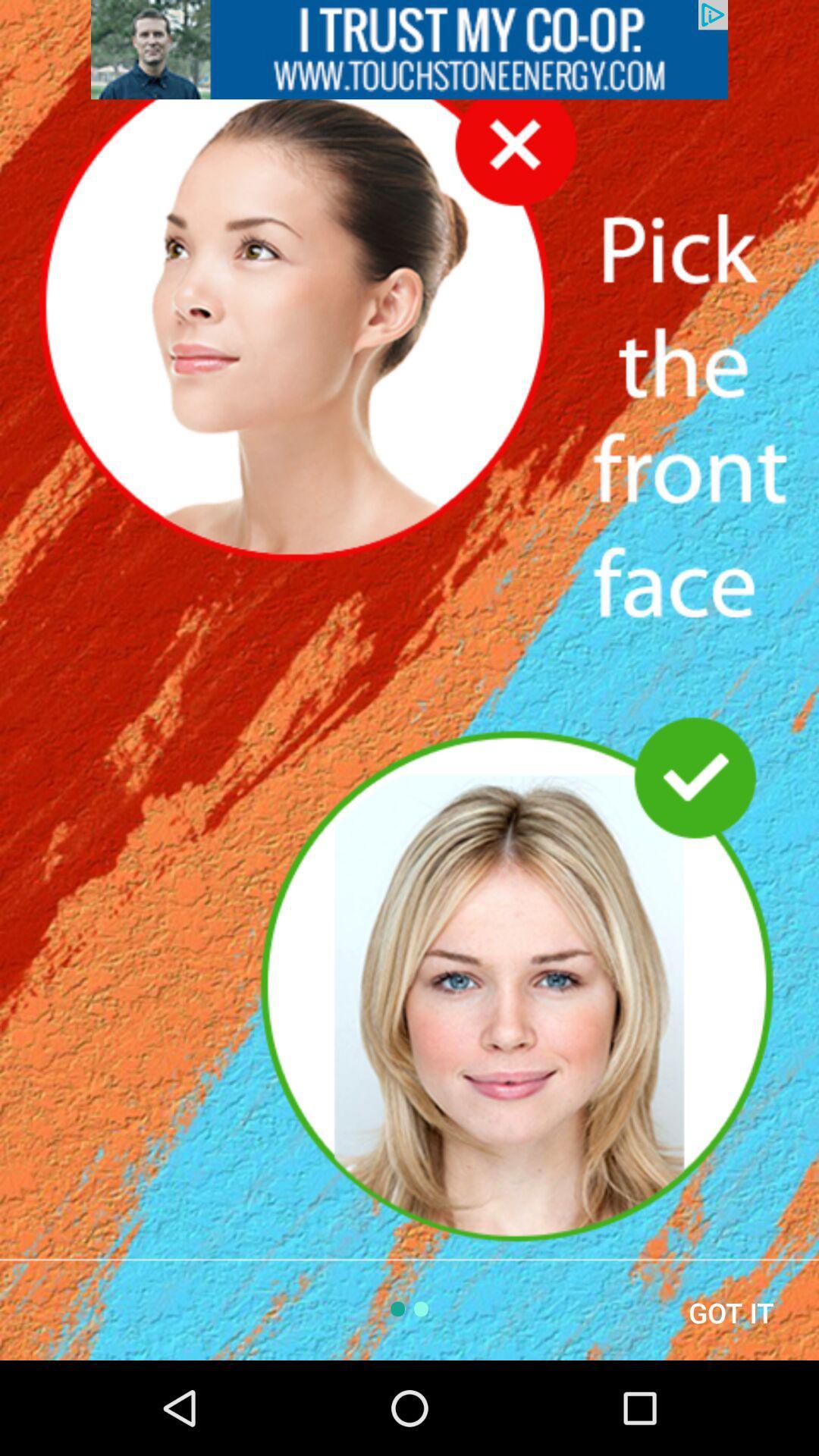 Image resolution: width=819 pixels, height=1456 pixels. I want to click on advertisement, so click(409, 49).